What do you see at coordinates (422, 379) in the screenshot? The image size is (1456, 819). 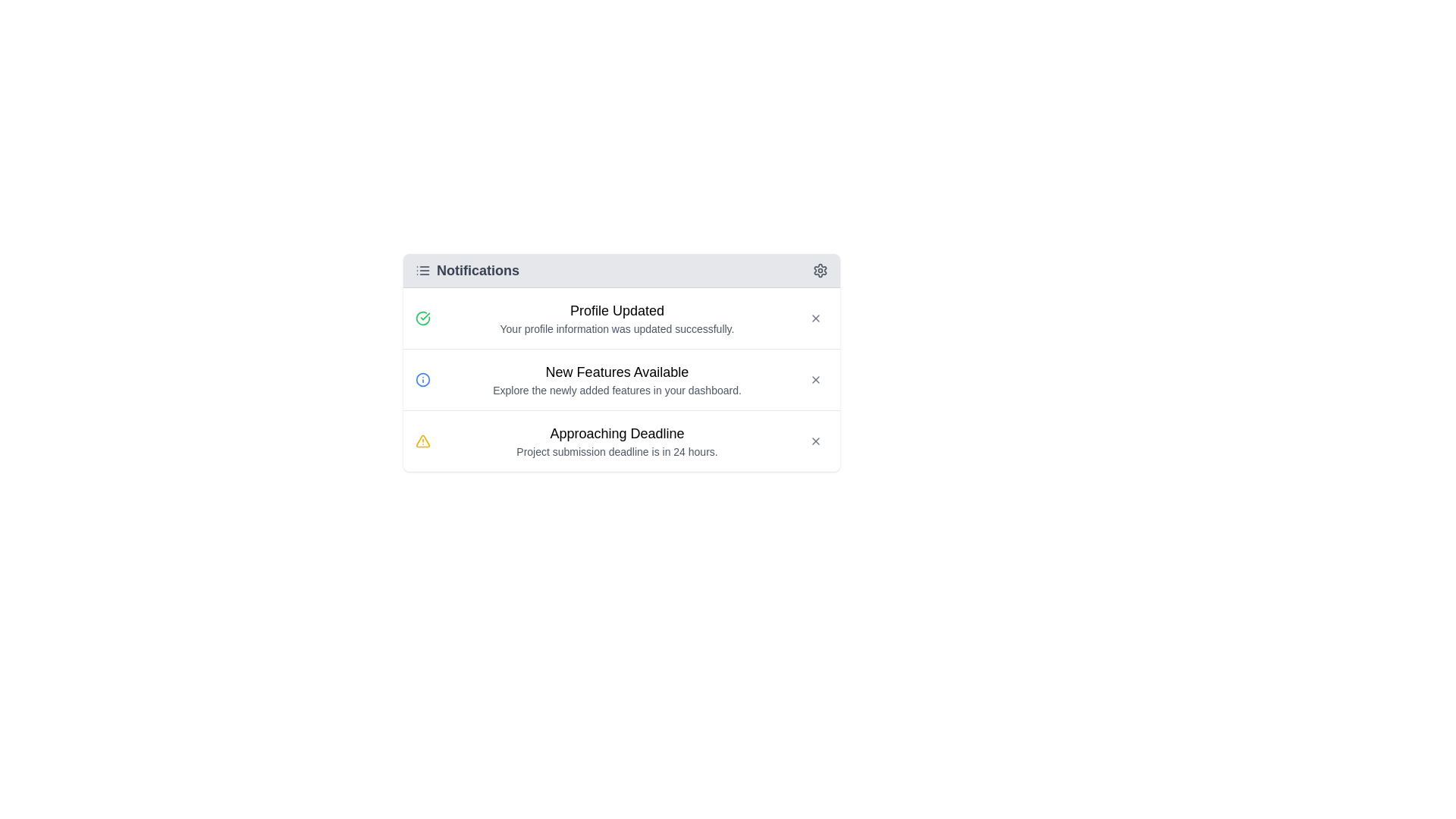 I see `the circular icon with a blue outline and an exclamation mark symbol, located at the leftmost side of the 'New Features Available' notification card` at bounding box center [422, 379].